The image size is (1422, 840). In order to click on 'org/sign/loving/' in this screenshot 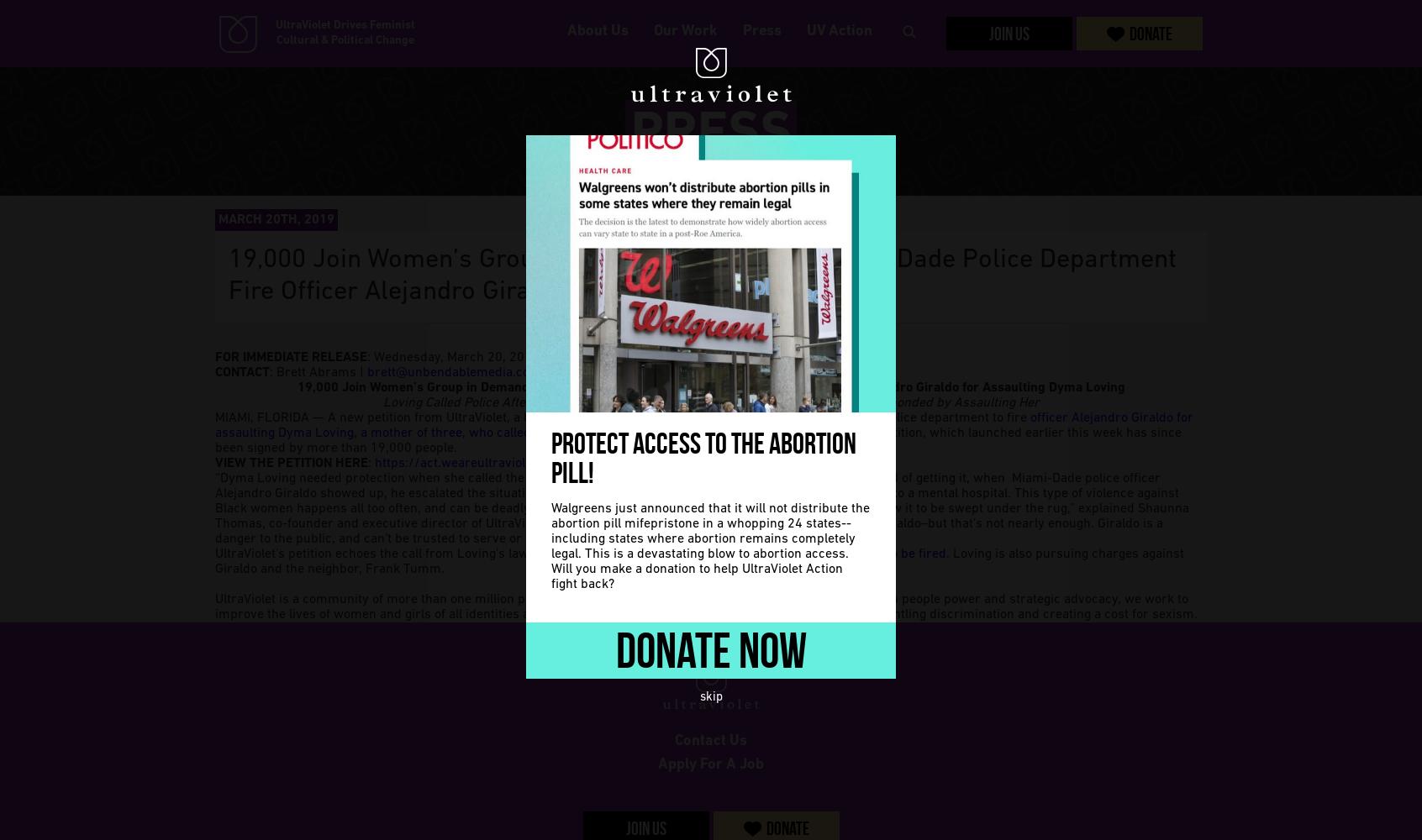, I will do `click(587, 463)`.